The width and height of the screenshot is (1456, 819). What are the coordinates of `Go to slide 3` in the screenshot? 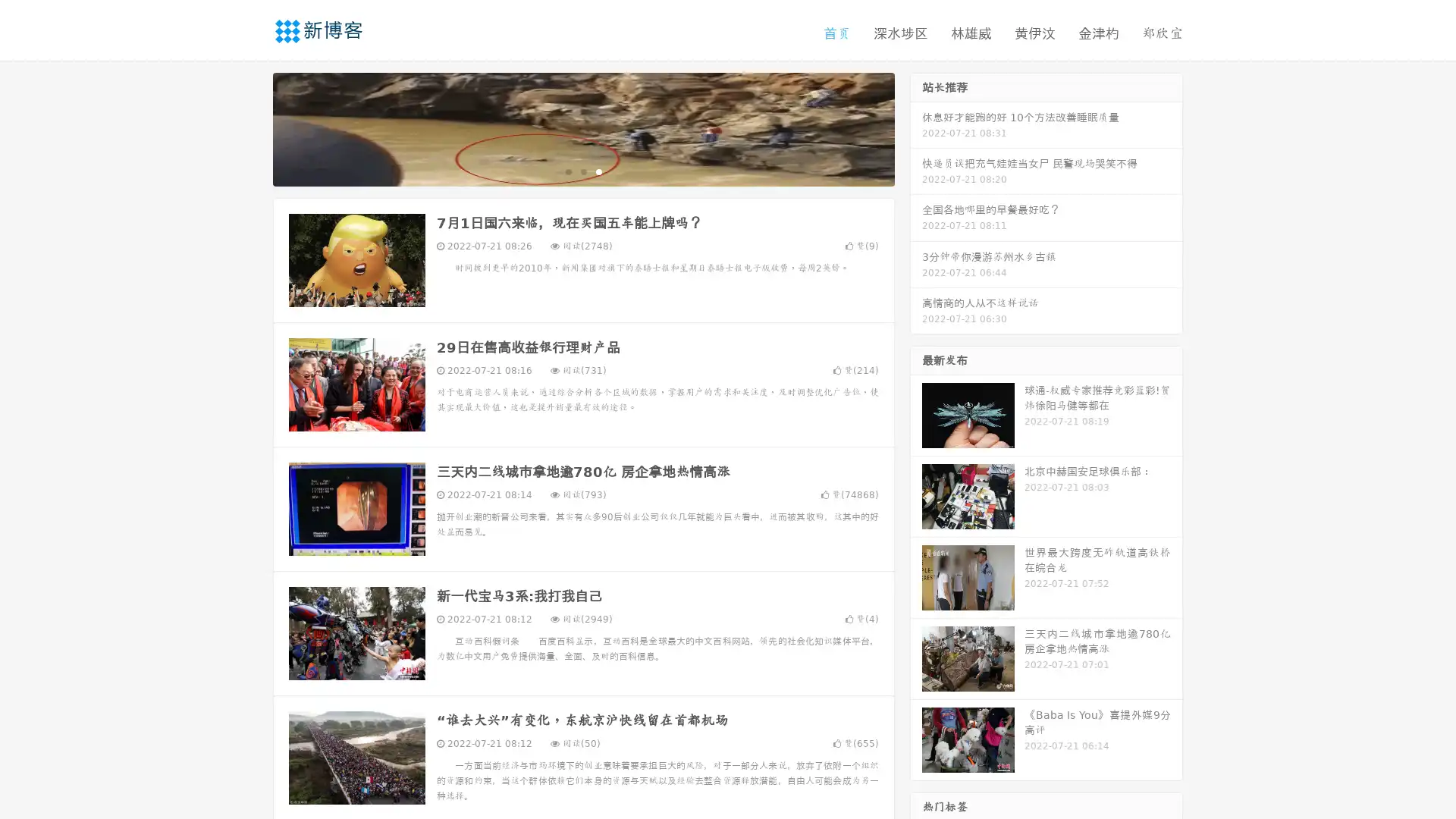 It's located at (598, 171).